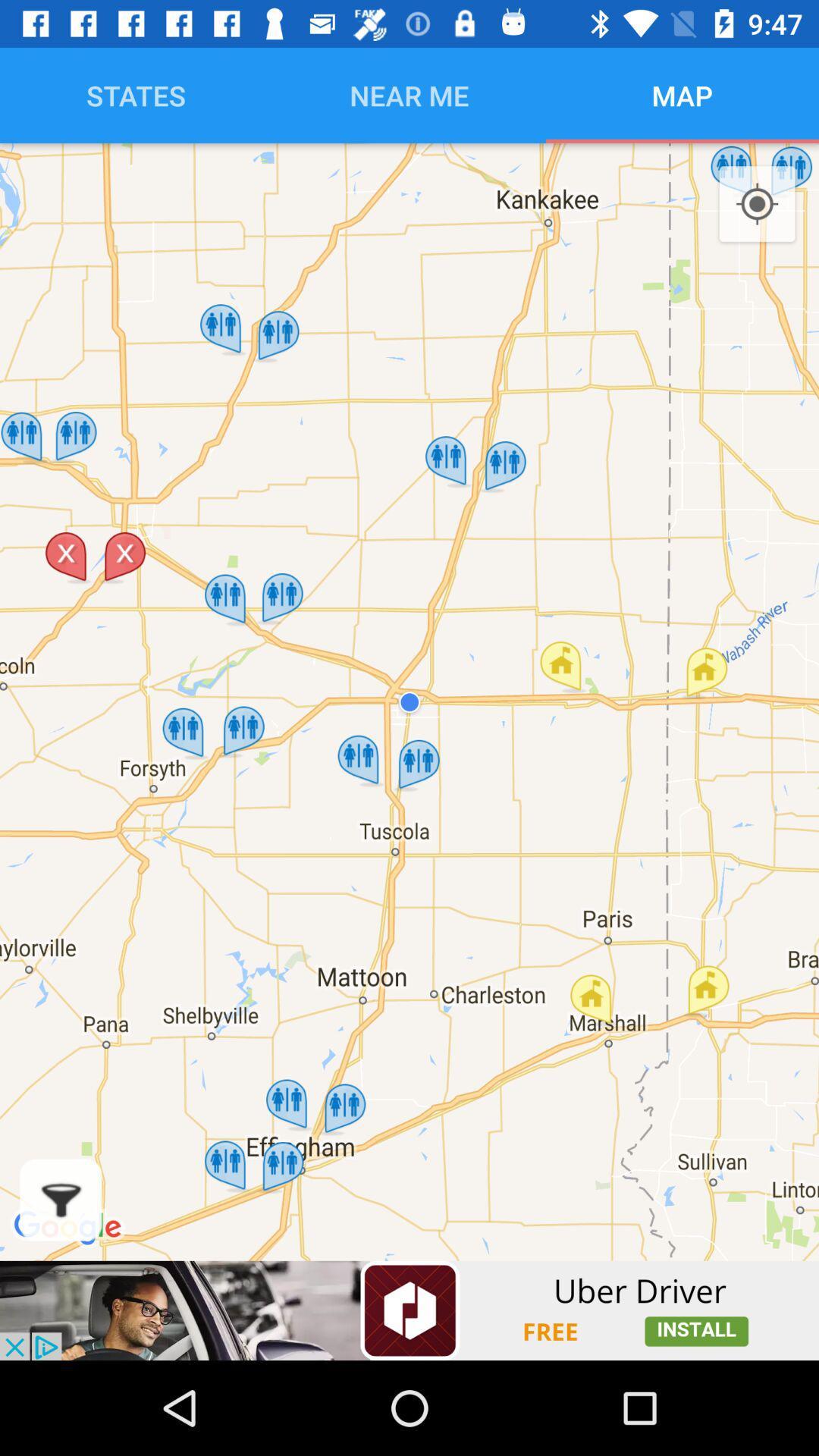 The width and height of the screenshot is (819, 1456). What do you see at coordinates (757, 204) in the screenshot?
I see `the location_crosshair icon` at bounding box center [757, 204].